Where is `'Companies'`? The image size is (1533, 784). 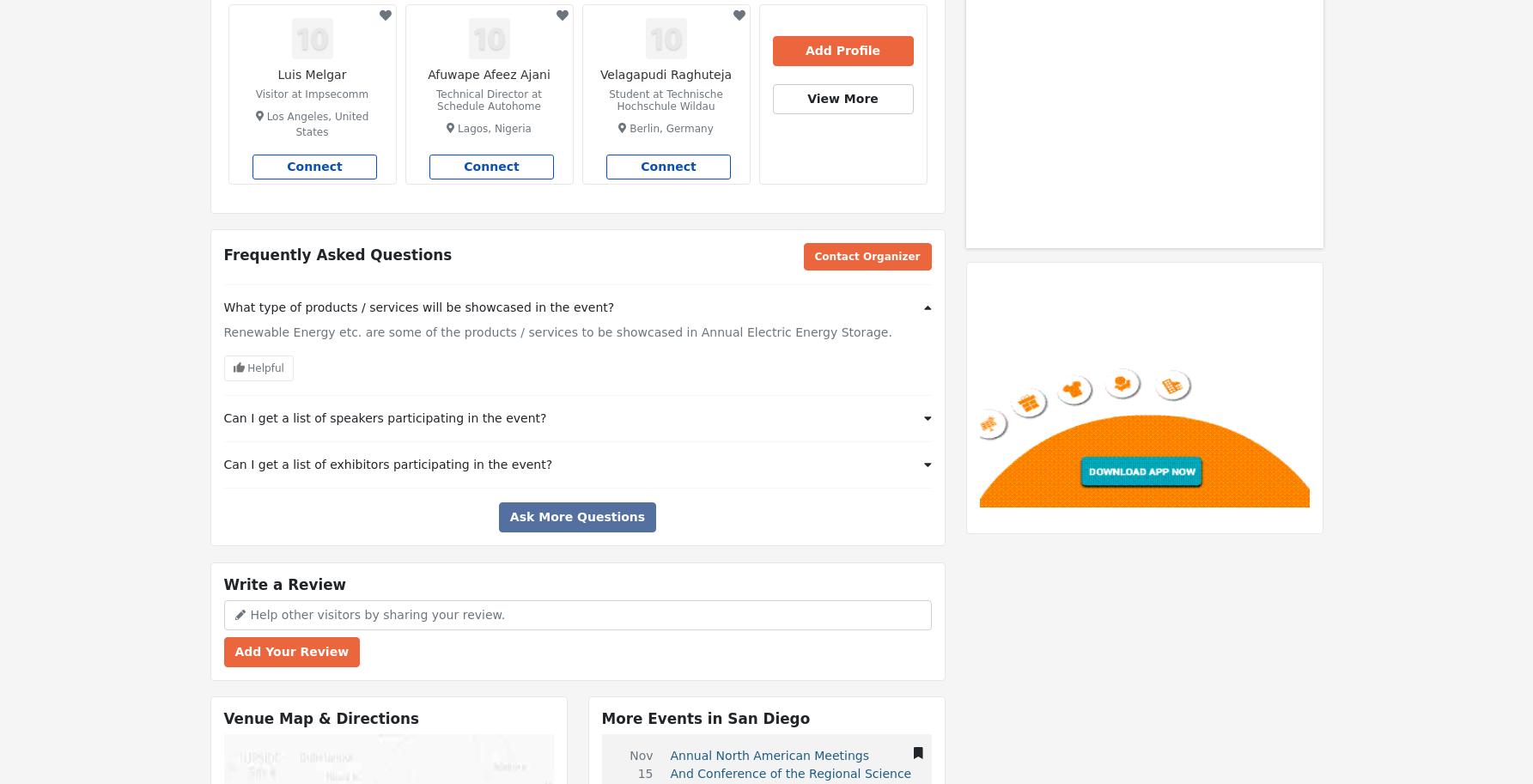
'Companies' is located at coordinates (1081, 36).